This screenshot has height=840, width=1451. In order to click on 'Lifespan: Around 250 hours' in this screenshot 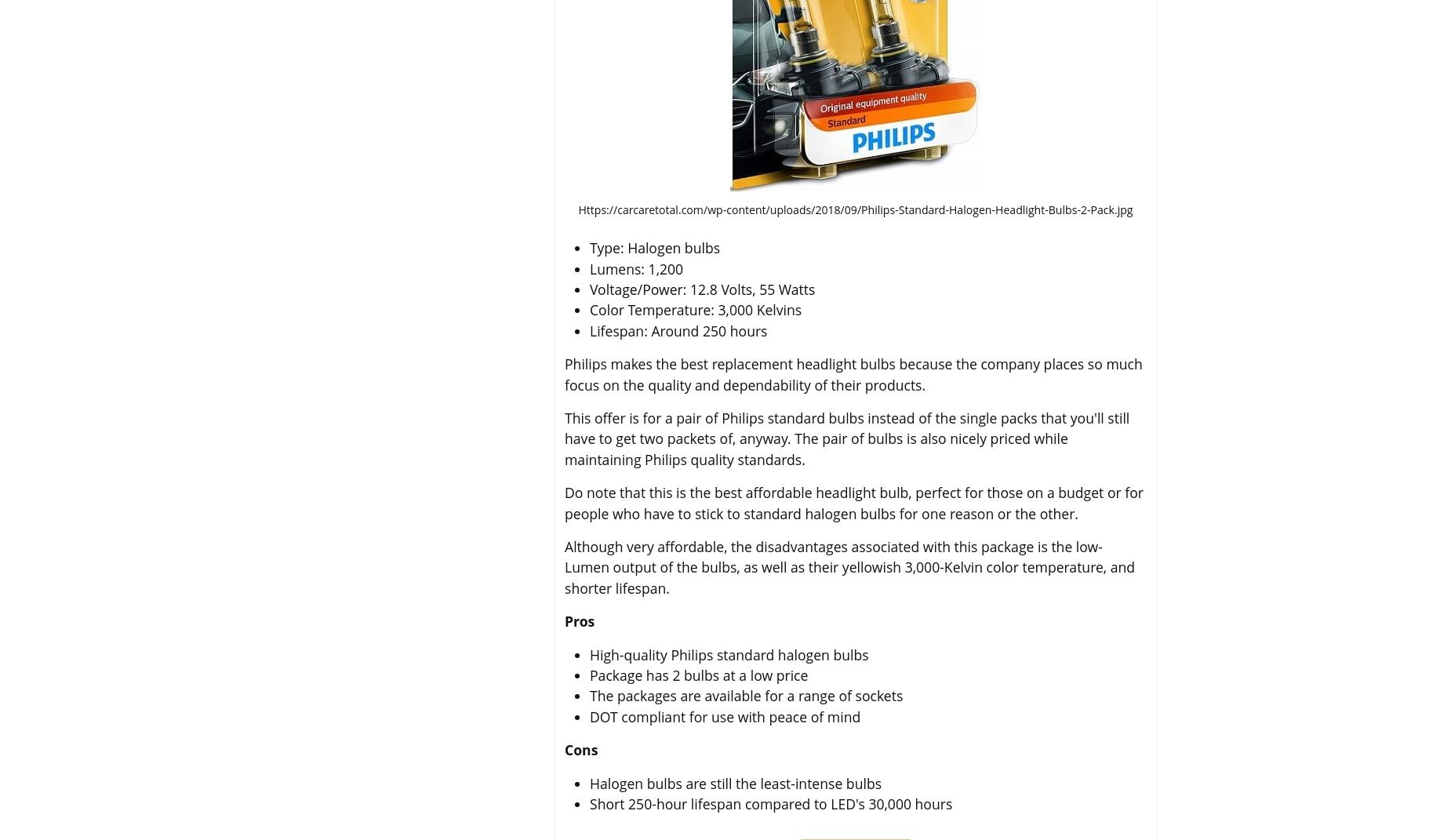, I will do `click(678, 330)`.